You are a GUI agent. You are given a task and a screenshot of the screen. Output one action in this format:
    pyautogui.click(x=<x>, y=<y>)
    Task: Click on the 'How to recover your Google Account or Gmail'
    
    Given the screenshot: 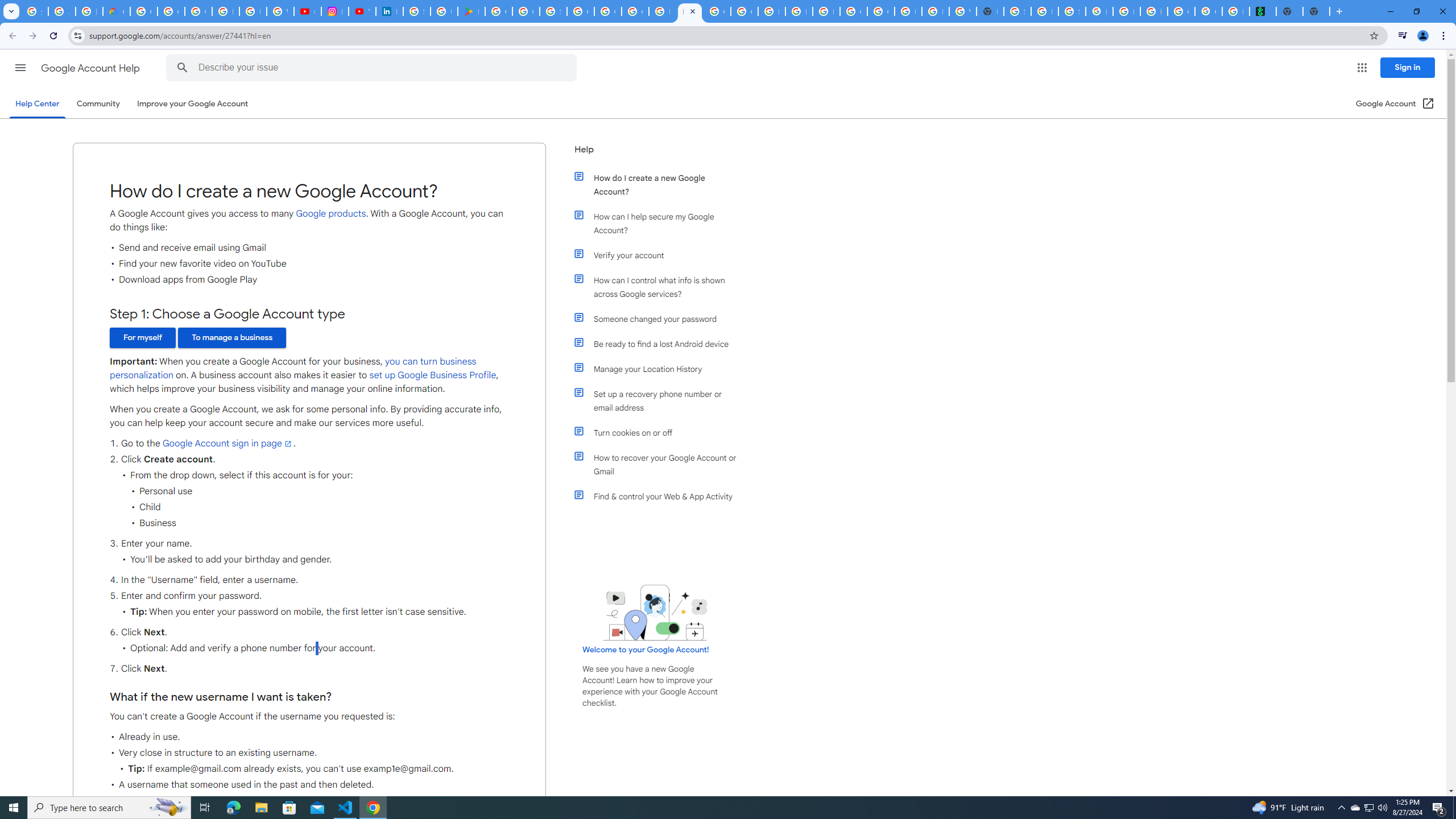 What is the action you would take?
    pyautogui.click(x=661, y=464)
    